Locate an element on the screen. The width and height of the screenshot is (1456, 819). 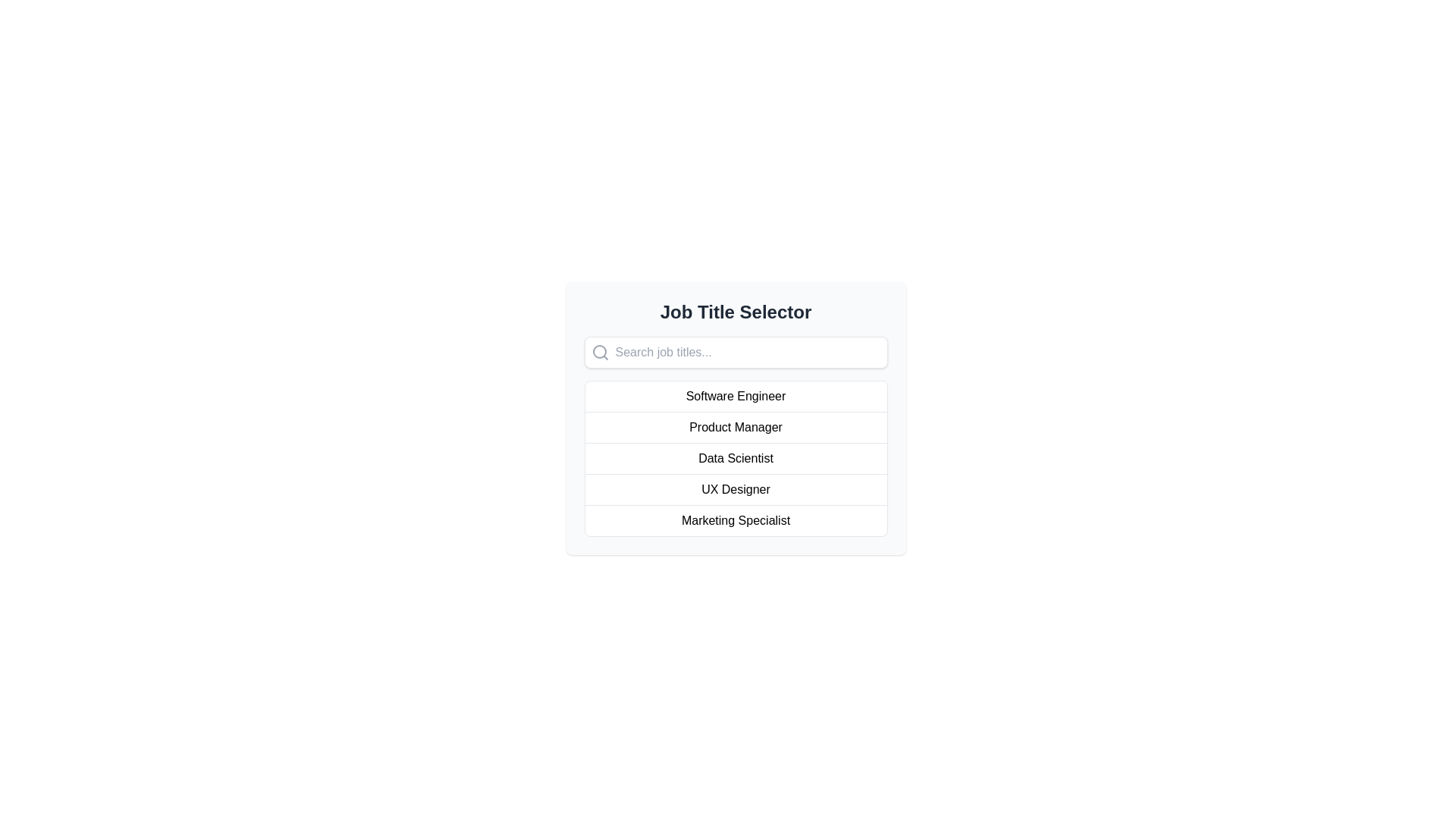
the magnifying glass icon located to the left of the search field within the search bar interface is located at coordinates (599, 353).